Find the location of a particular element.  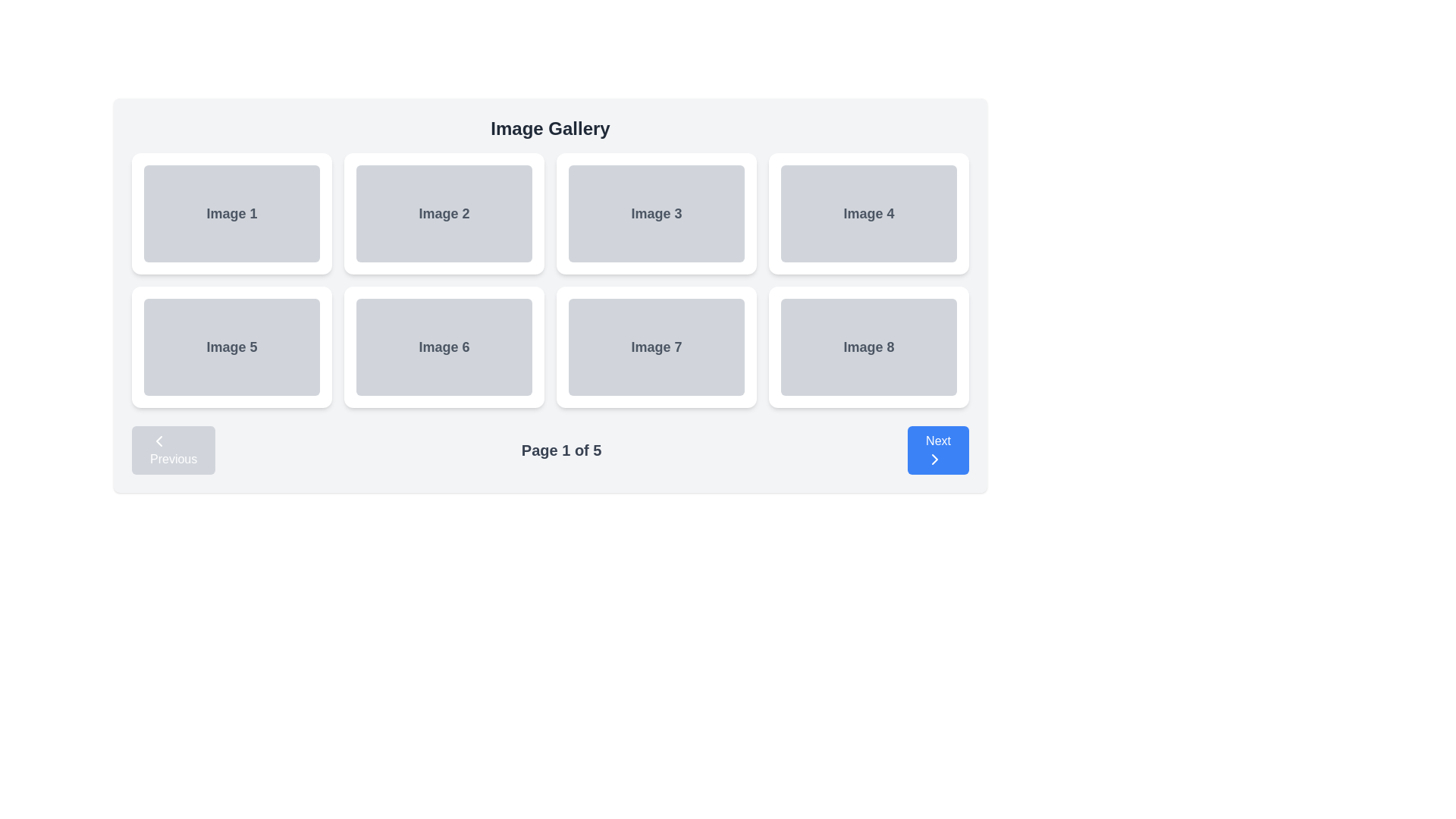

the text label displaying 'Image 6' which is located in a light gray rectangular box and serves as the label for the image placeholder in the second row, second column of a 2-row grid layout is located at coordinates (443, 347).